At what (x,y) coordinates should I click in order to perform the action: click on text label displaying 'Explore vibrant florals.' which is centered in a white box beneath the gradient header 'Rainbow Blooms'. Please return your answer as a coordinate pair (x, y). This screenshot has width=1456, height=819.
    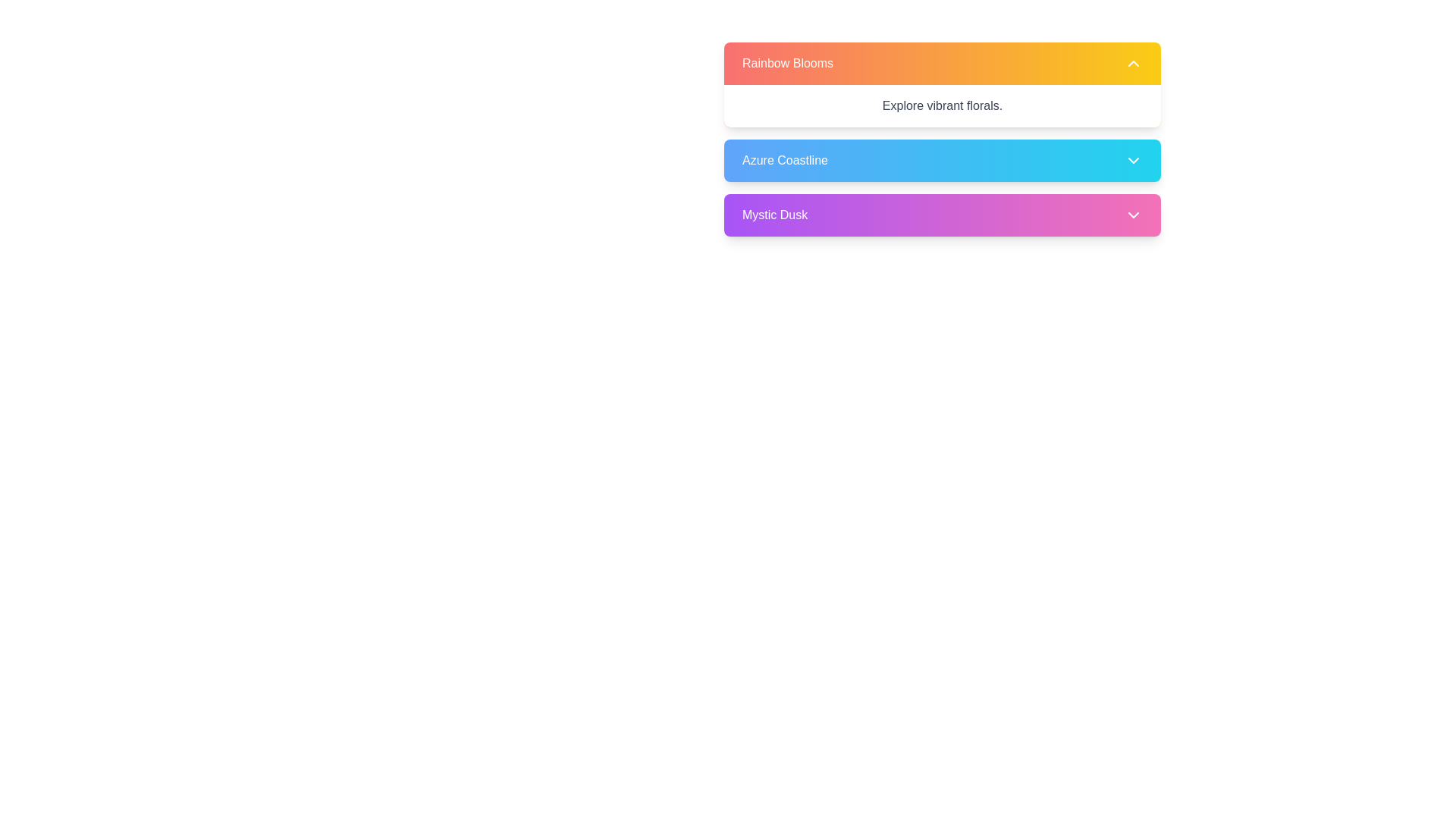
    Looking at the image, I should click on (942, 105).